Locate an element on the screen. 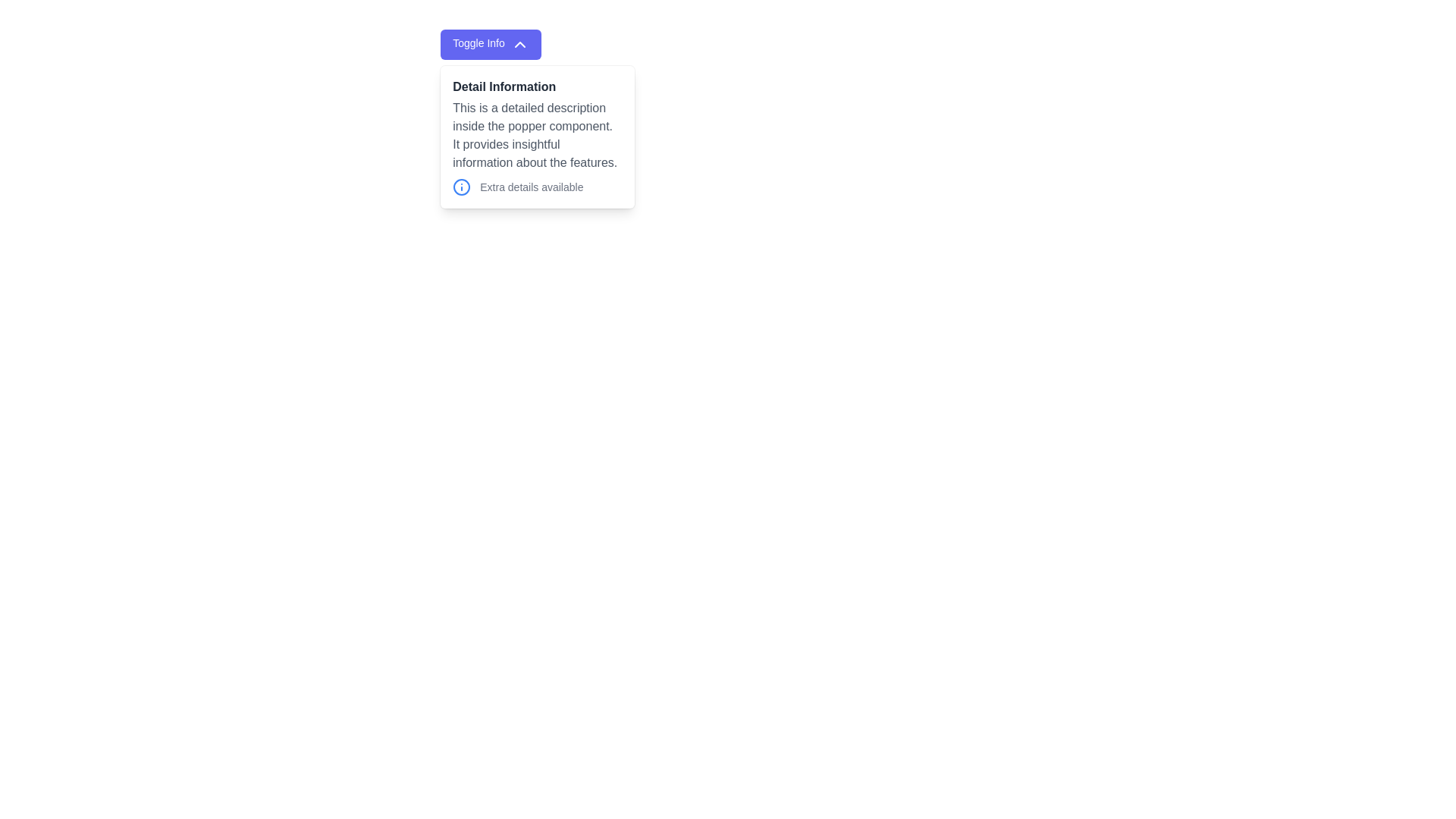 The width and height of the screenshot is (1456, 819). the chevron-up icon located to the right of the 'Toggle Info' text within the rounded rectangular button is located at coordinates (519, 43).